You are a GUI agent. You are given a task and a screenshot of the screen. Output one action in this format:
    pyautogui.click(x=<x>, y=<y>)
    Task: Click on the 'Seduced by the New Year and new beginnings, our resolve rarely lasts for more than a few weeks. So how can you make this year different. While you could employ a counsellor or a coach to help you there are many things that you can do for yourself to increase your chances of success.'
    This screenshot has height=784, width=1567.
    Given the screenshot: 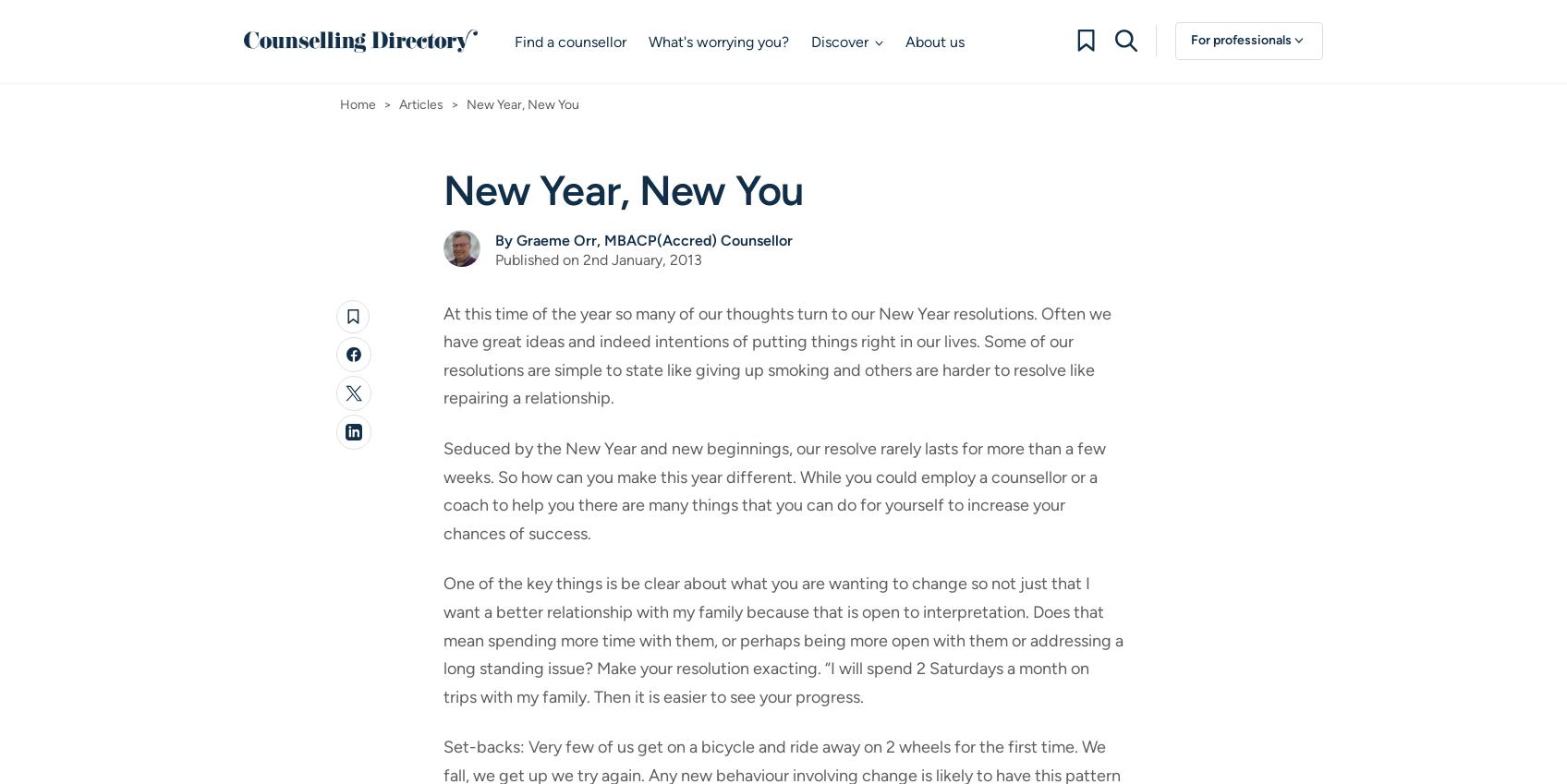 What is the action you would take?
    pyautogui.click(x=773, y=489)
    